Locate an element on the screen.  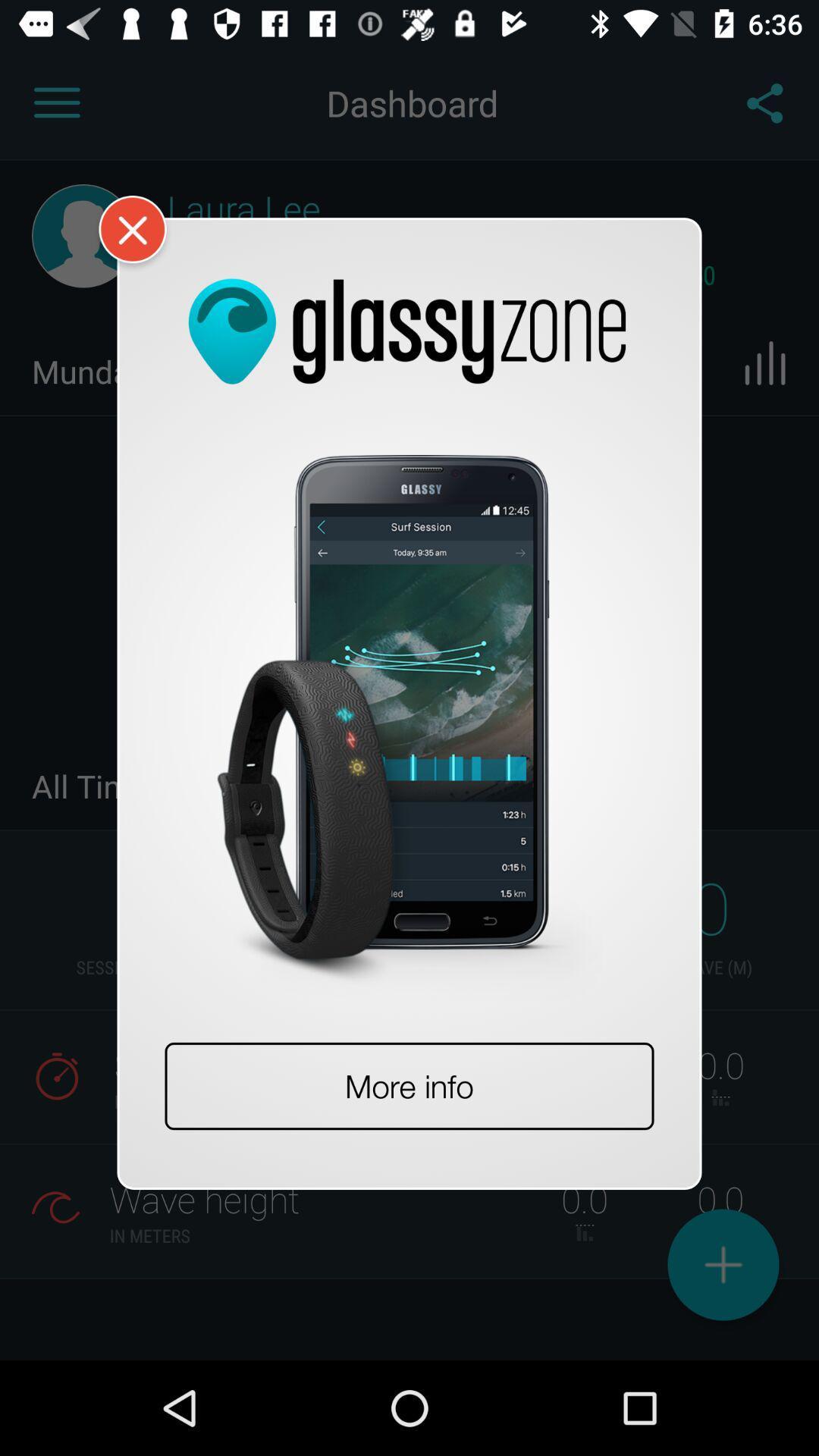
the item at the top left corner is located at coordinates (143, 243).